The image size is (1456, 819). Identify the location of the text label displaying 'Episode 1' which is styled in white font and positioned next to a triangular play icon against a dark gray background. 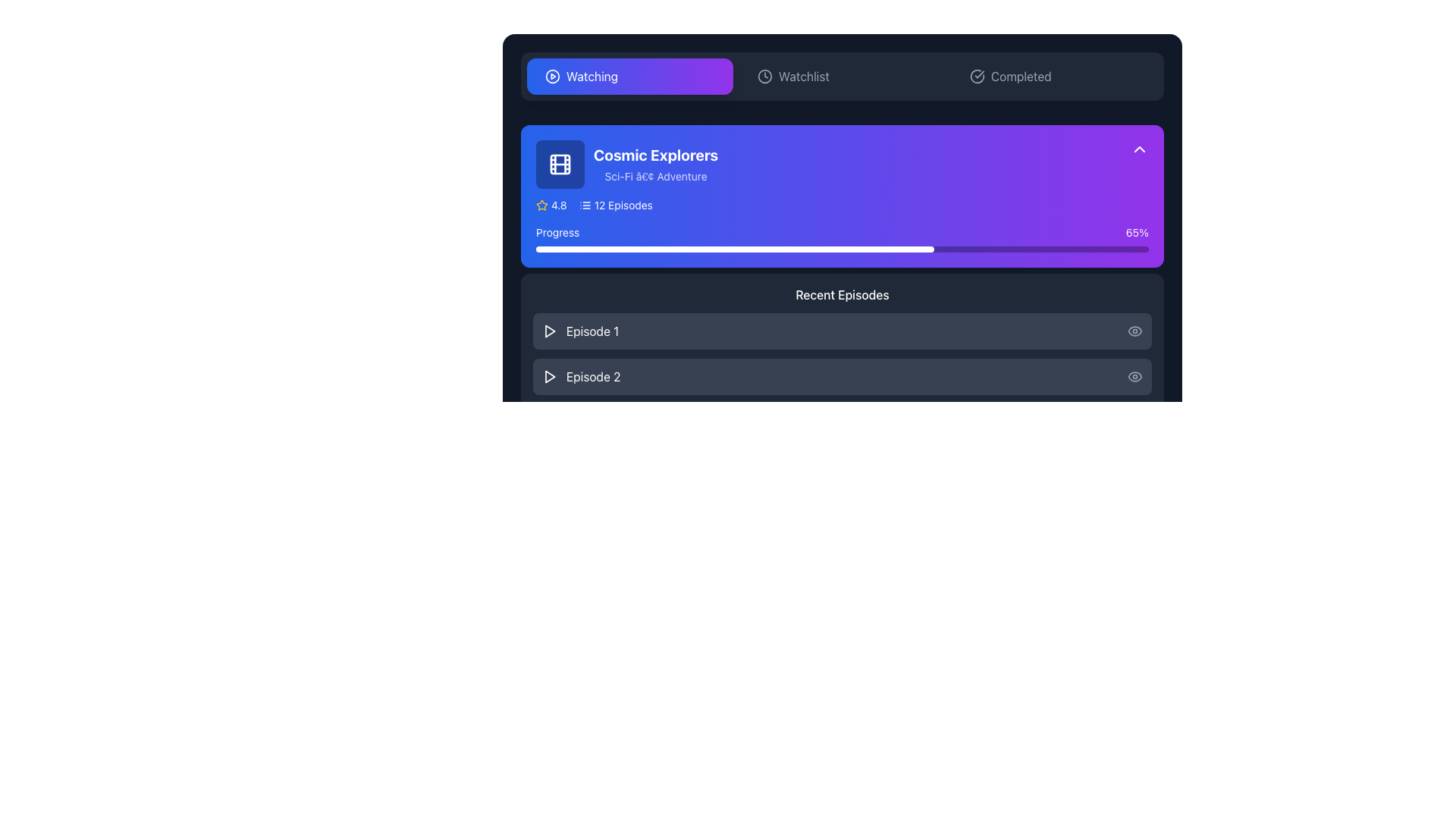
(579, 330).